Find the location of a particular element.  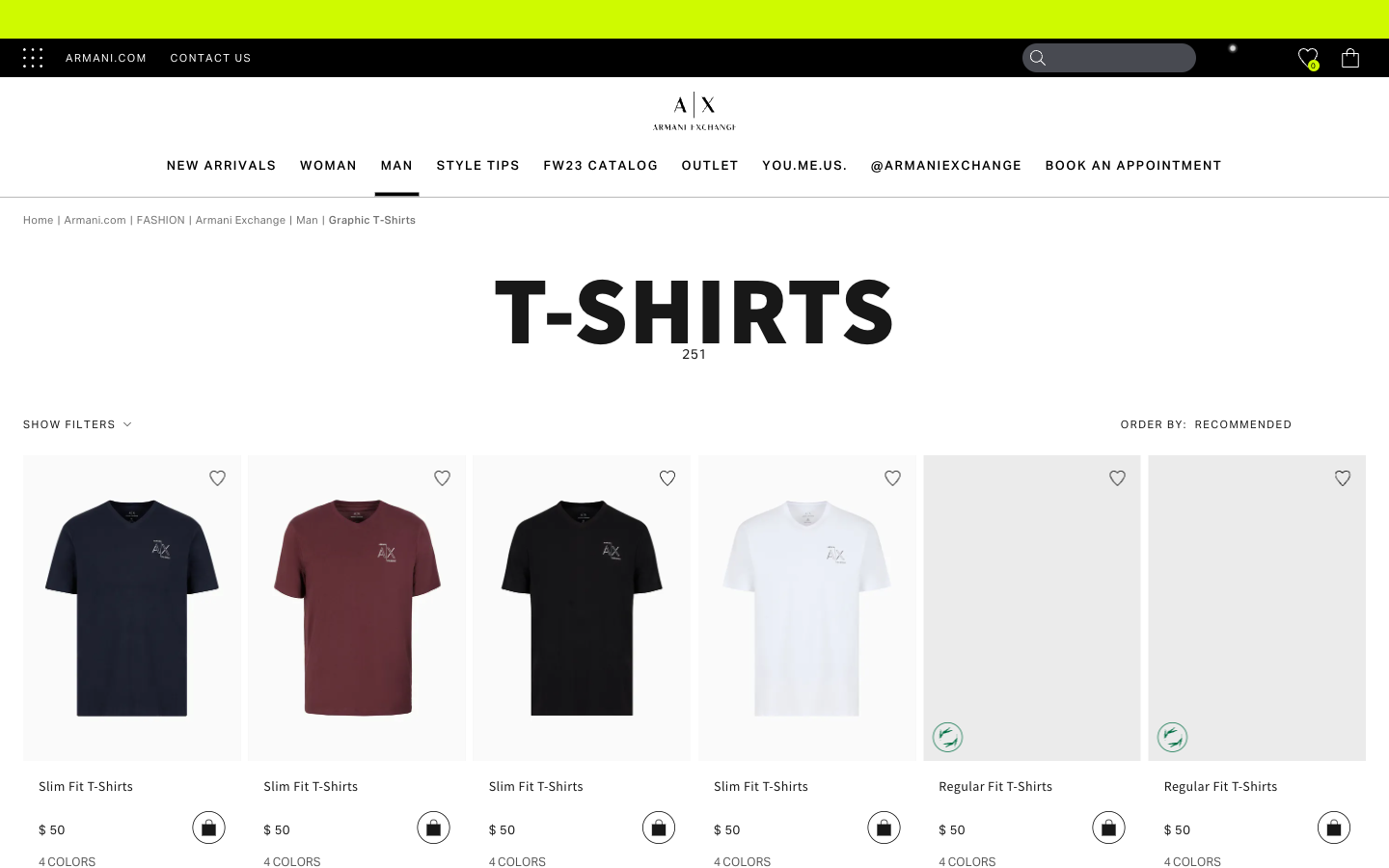

other colors for the last T-shirt is located at coordinates (1191, 860).